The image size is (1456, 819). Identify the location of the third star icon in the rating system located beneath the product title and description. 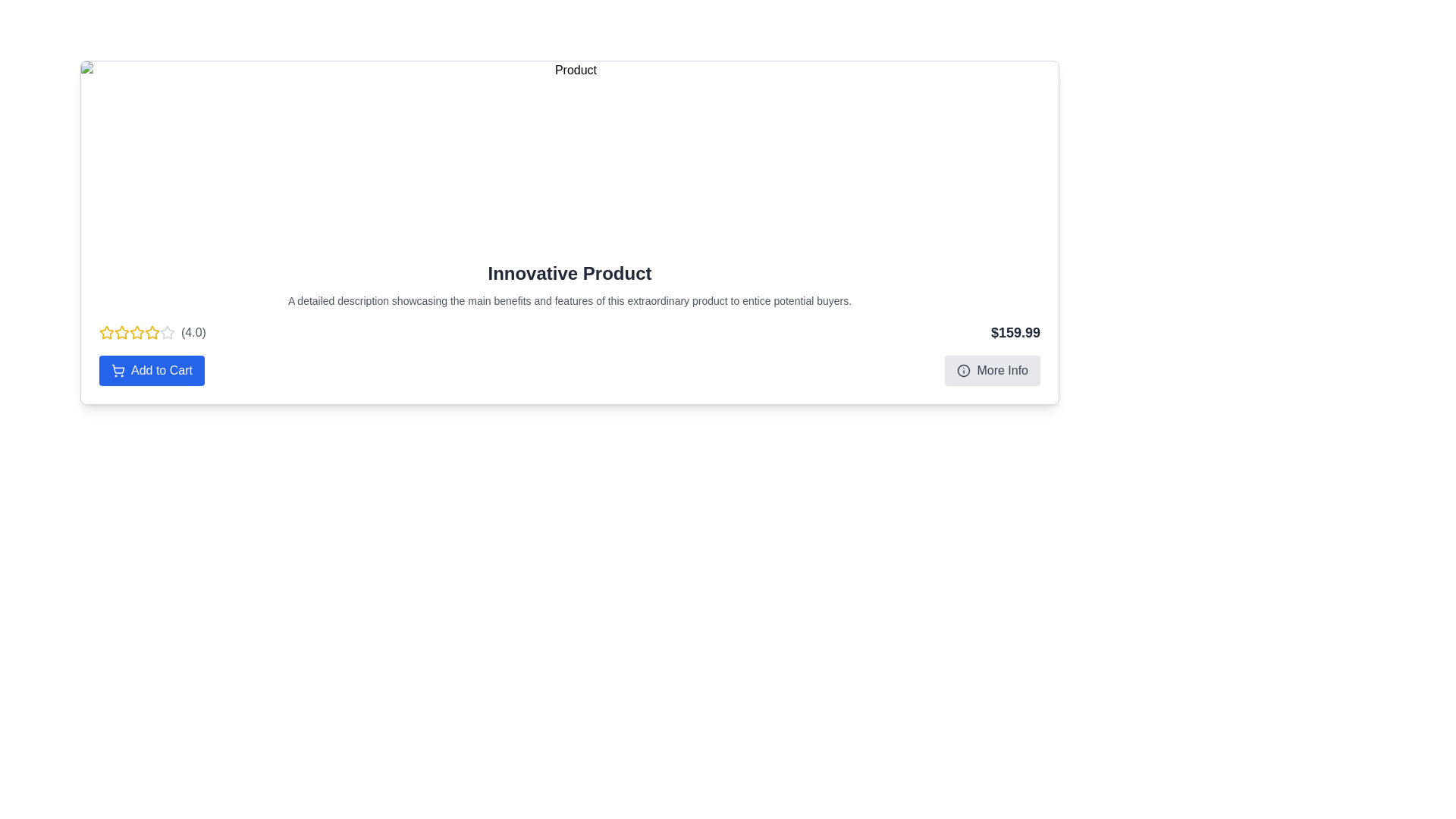
(122, 332).